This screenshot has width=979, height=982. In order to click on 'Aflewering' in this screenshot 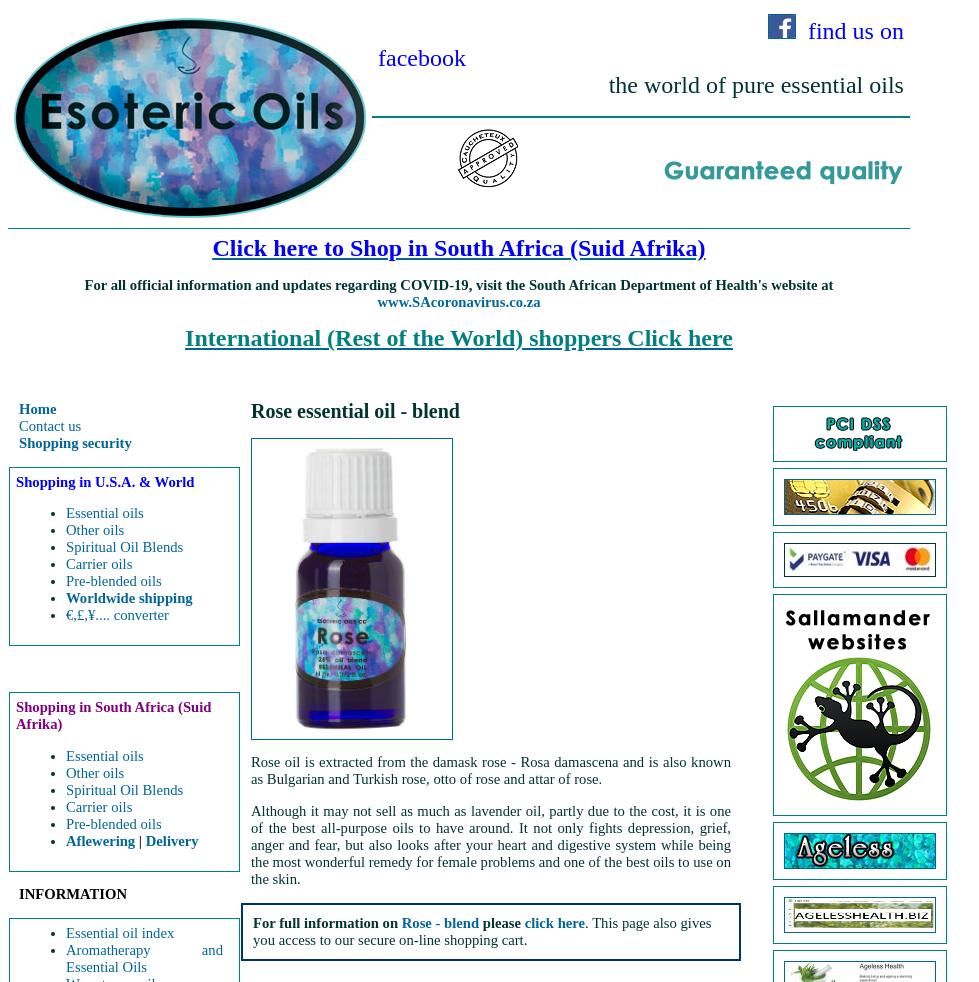, I will do `click(100, 840)`.